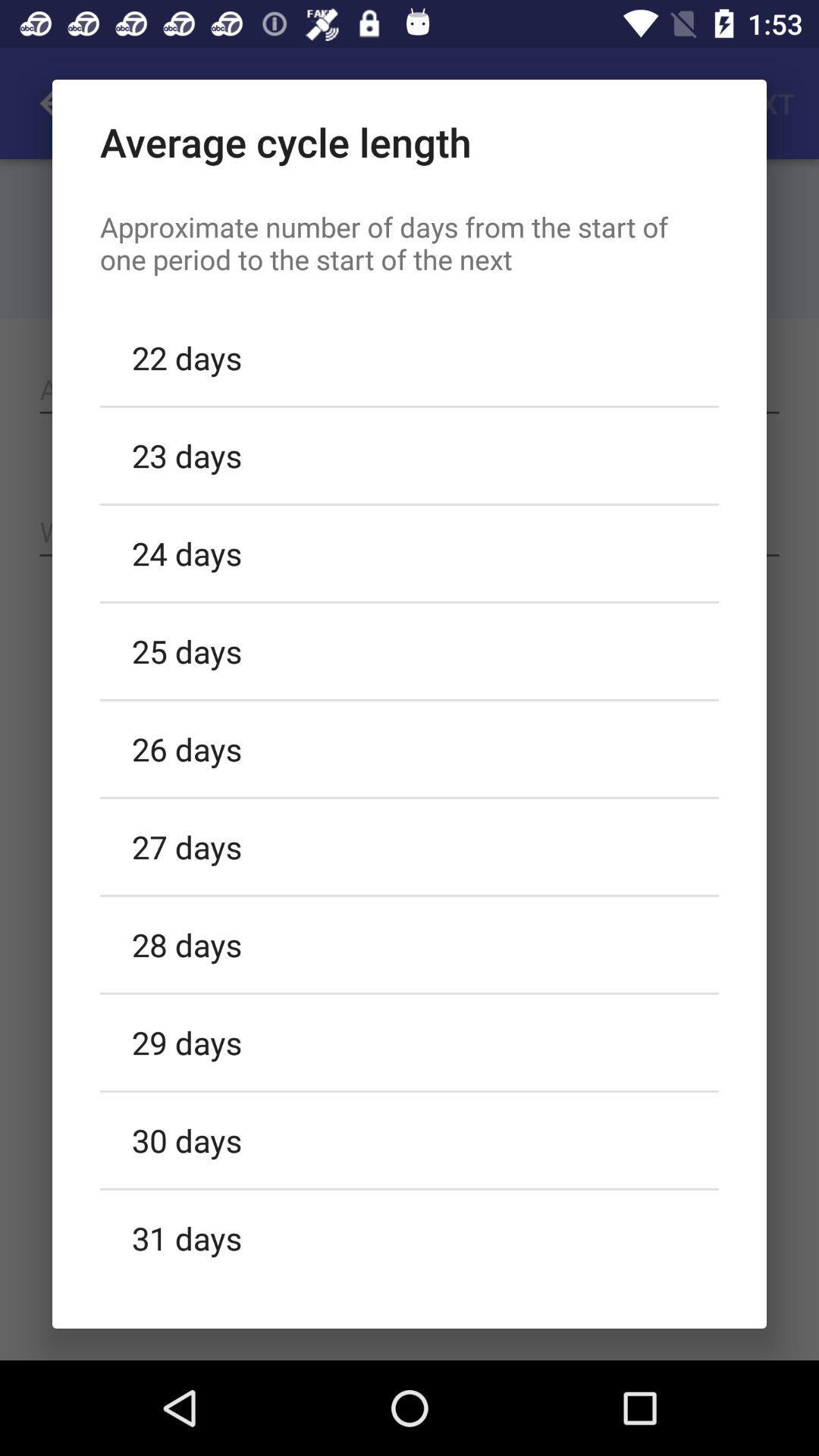 The height and width of the screenshot is (1456, 819). What do you see at coordinates (409, 1041) in the screenshot?
I see `the 29 days item` at bounding box center [409, 1041].